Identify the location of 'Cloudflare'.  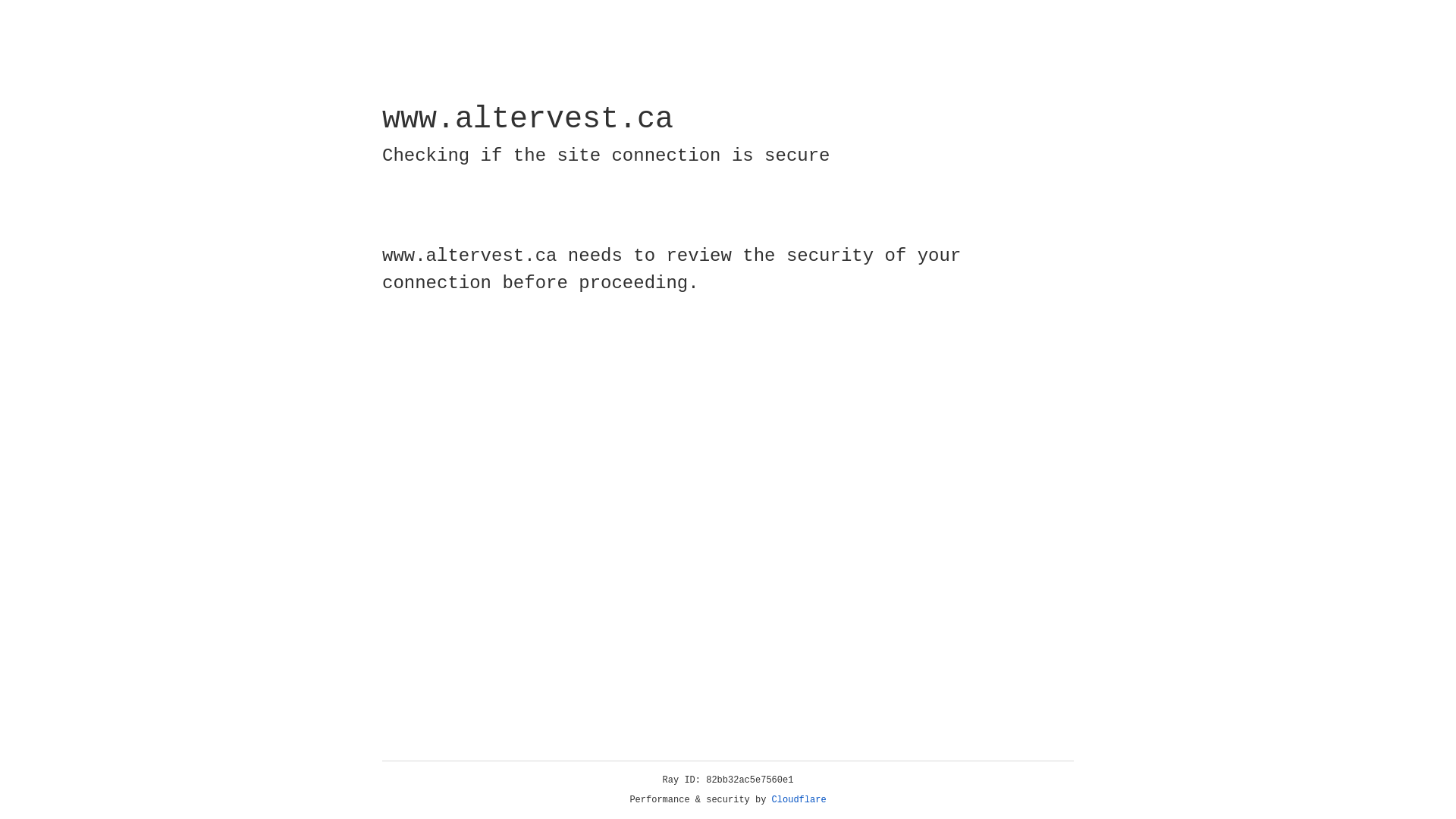
(799, 799).